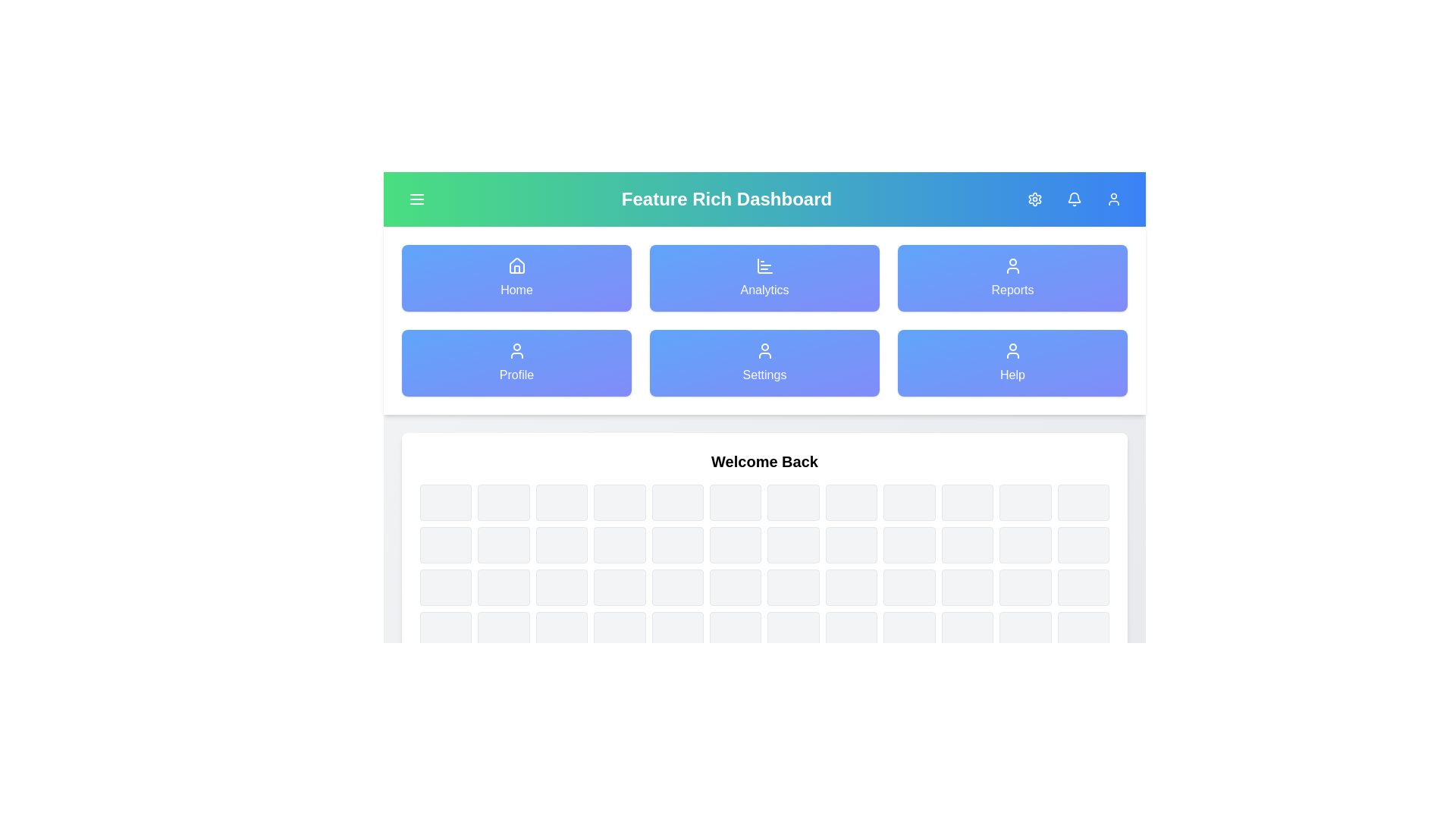 This screenshot has width=1456, height=819. Describe the element at coordinates (1012, 278) in the screenshot. I see `the navigation item labeled Reports` at that location.